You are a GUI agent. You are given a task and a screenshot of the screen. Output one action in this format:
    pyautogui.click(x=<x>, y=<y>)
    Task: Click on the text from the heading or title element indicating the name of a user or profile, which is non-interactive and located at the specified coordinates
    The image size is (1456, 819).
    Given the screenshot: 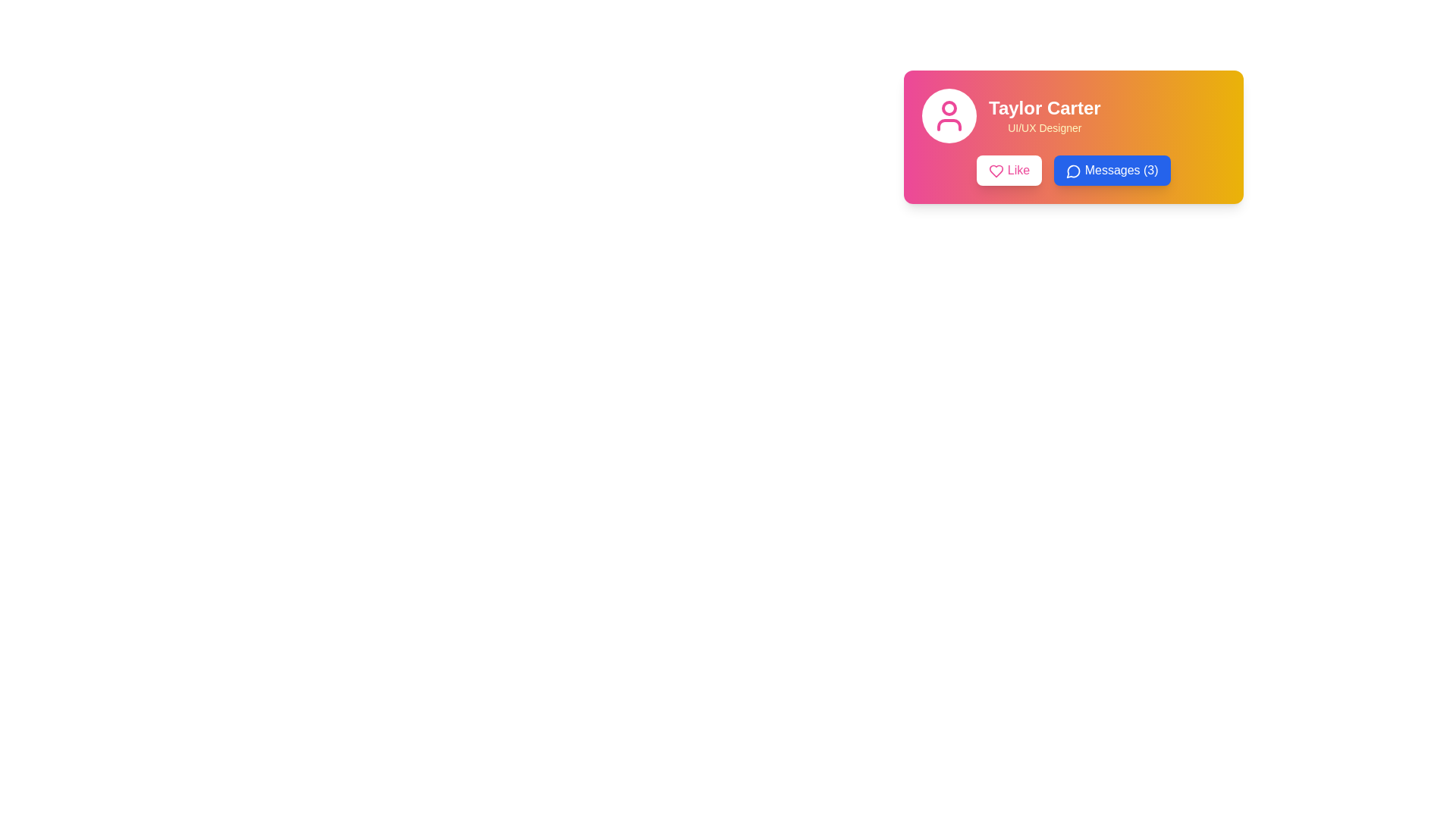 What is the action you would take?
    pyautogui.click(x=1043, y=107)
    